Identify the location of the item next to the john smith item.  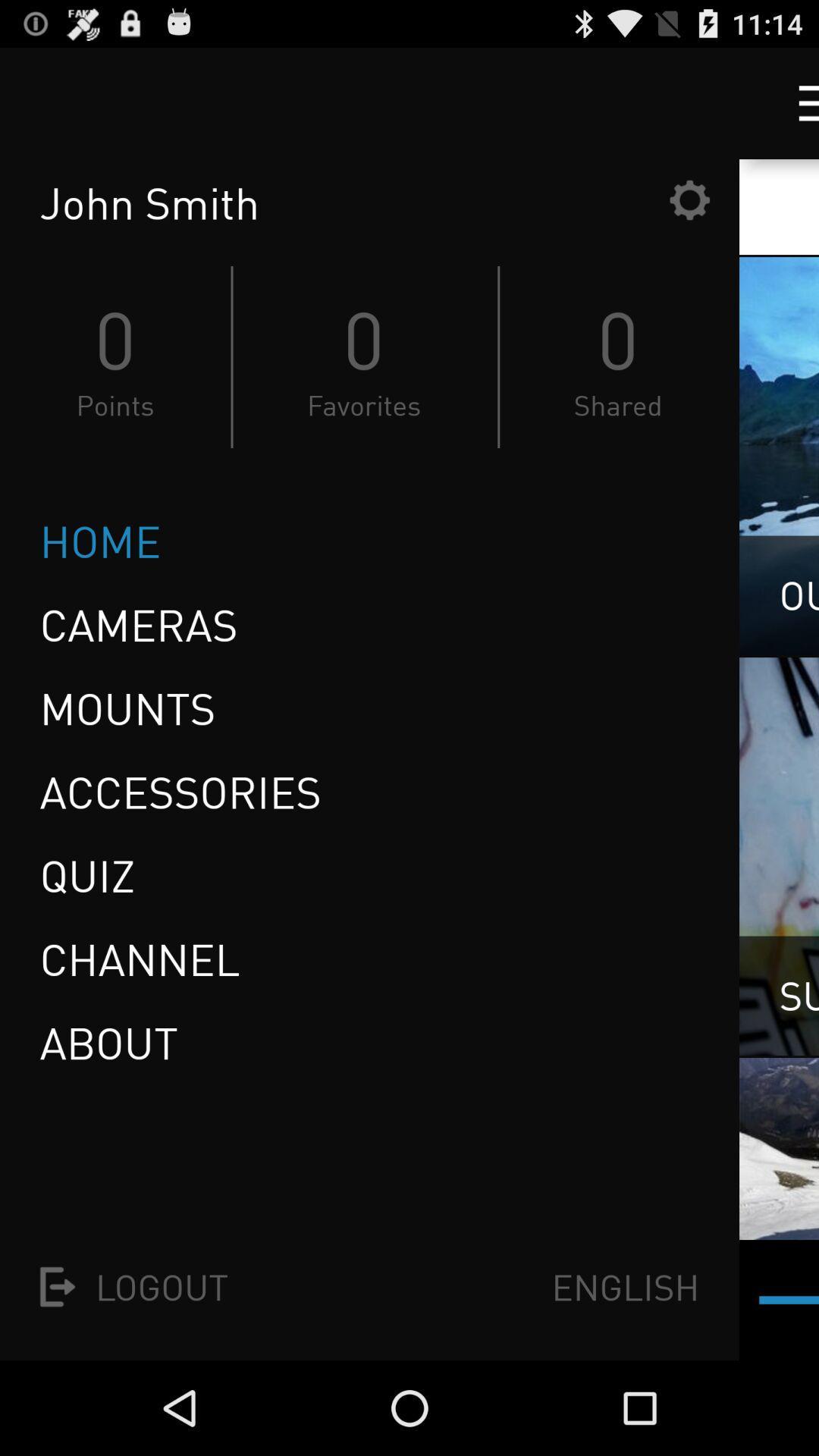
(689, 199).